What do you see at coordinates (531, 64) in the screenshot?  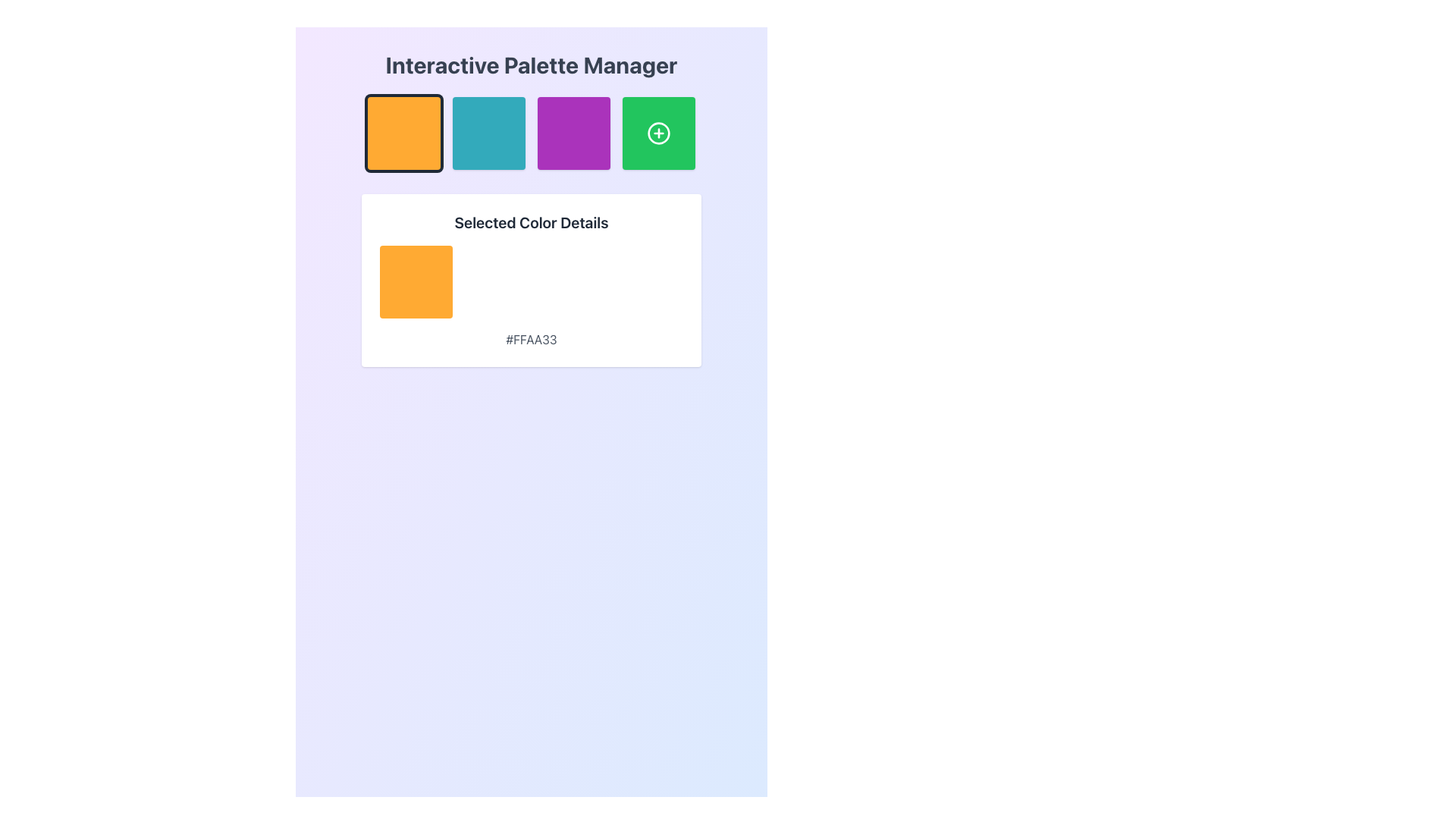 I see `the text label titled 'Interactive Palette Manager', which is styled in bold and large font, located near the top center of the interface` at bounding box center [531, 64].